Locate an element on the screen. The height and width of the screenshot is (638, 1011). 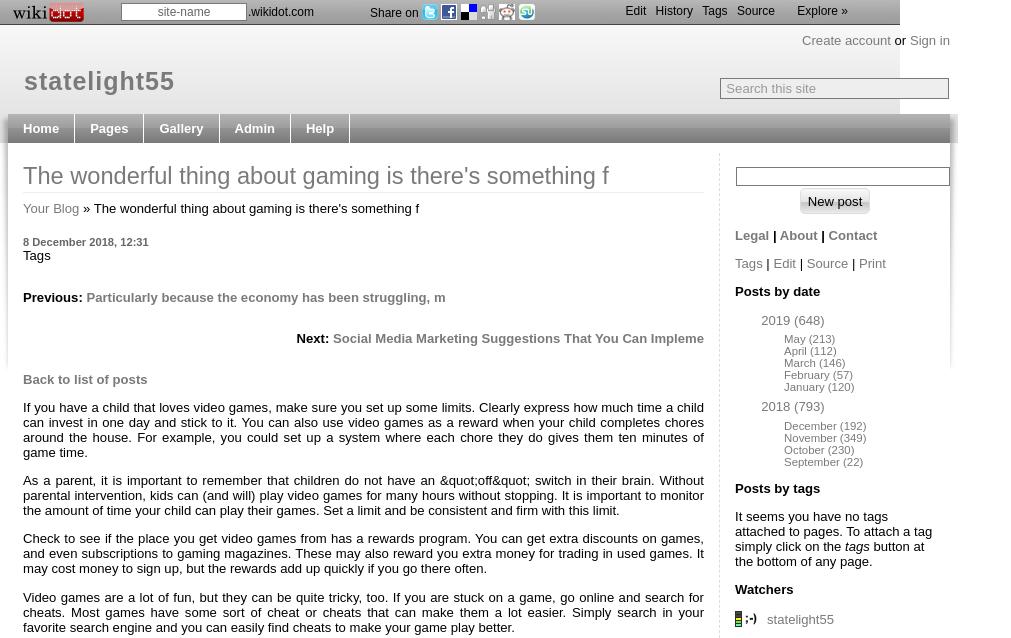
'Previous:' is located at coordinates (53, 295).